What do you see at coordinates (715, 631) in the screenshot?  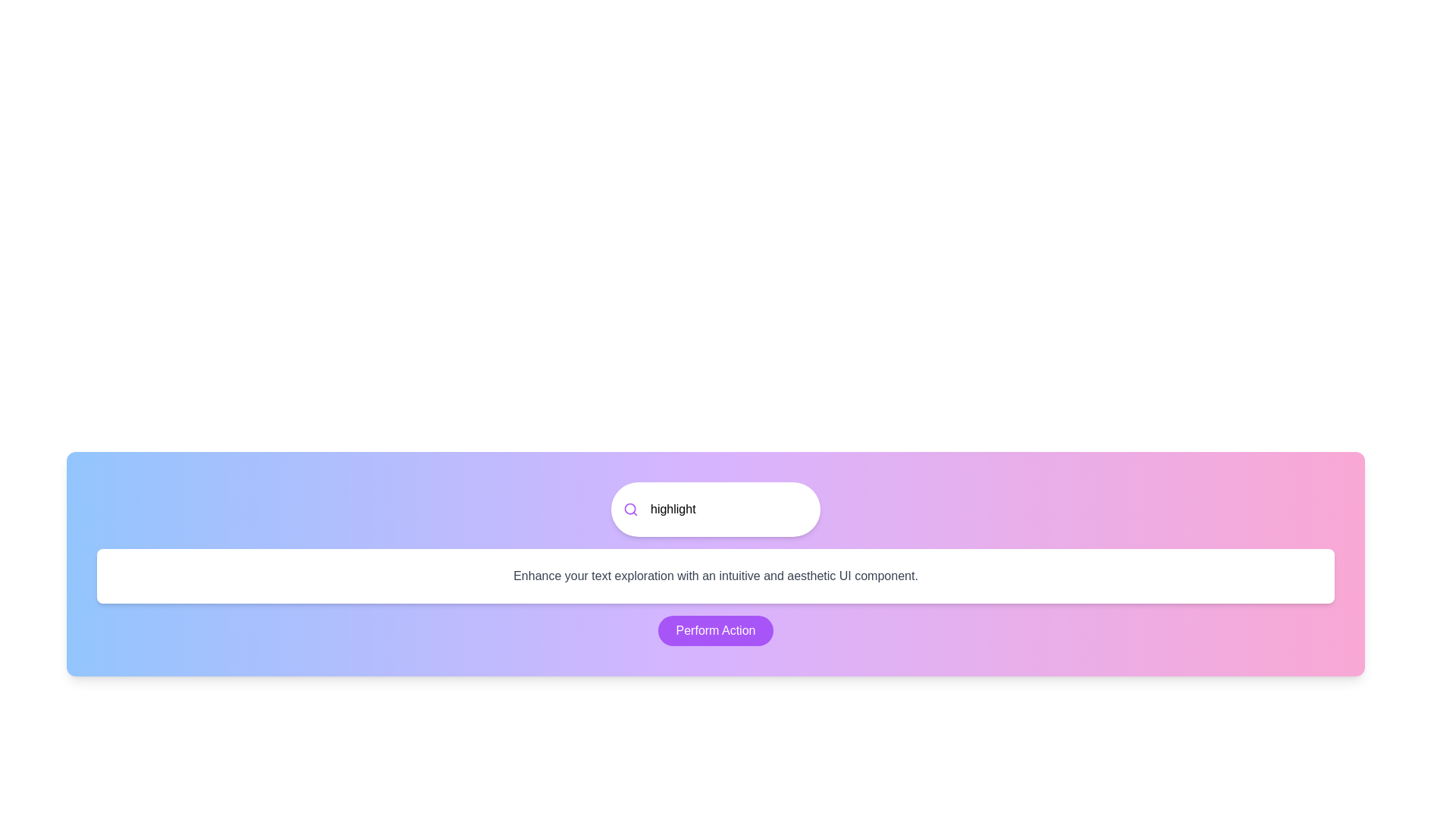 I see `the rounded rectangular button with purple background and white text that reads 'Perform Action'` at bounding box center [715, 631].